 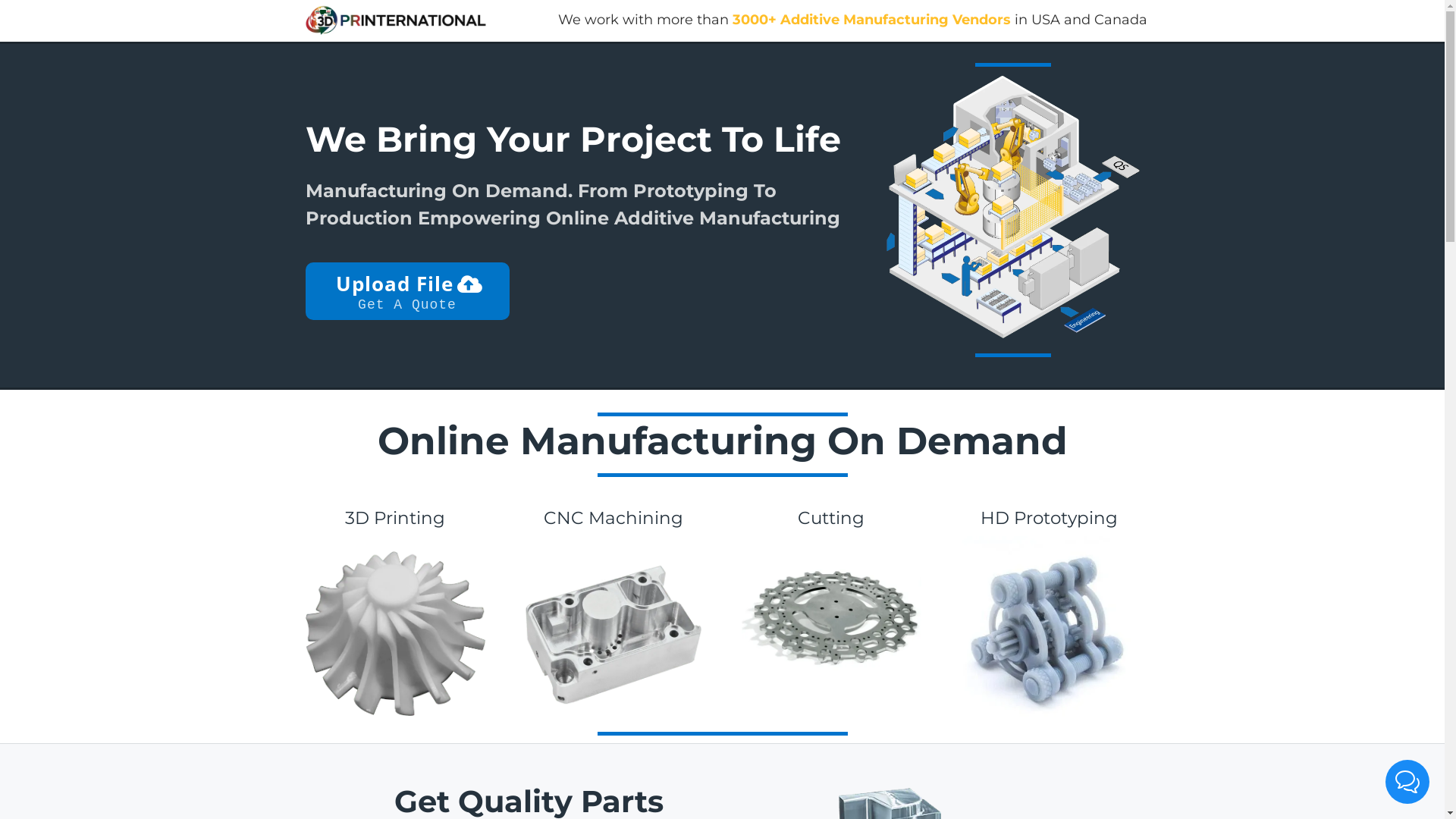 What do you see at coordinates (304, 291) in the screenshot?
I see `'Upload File` at bounding box center [304, 291].